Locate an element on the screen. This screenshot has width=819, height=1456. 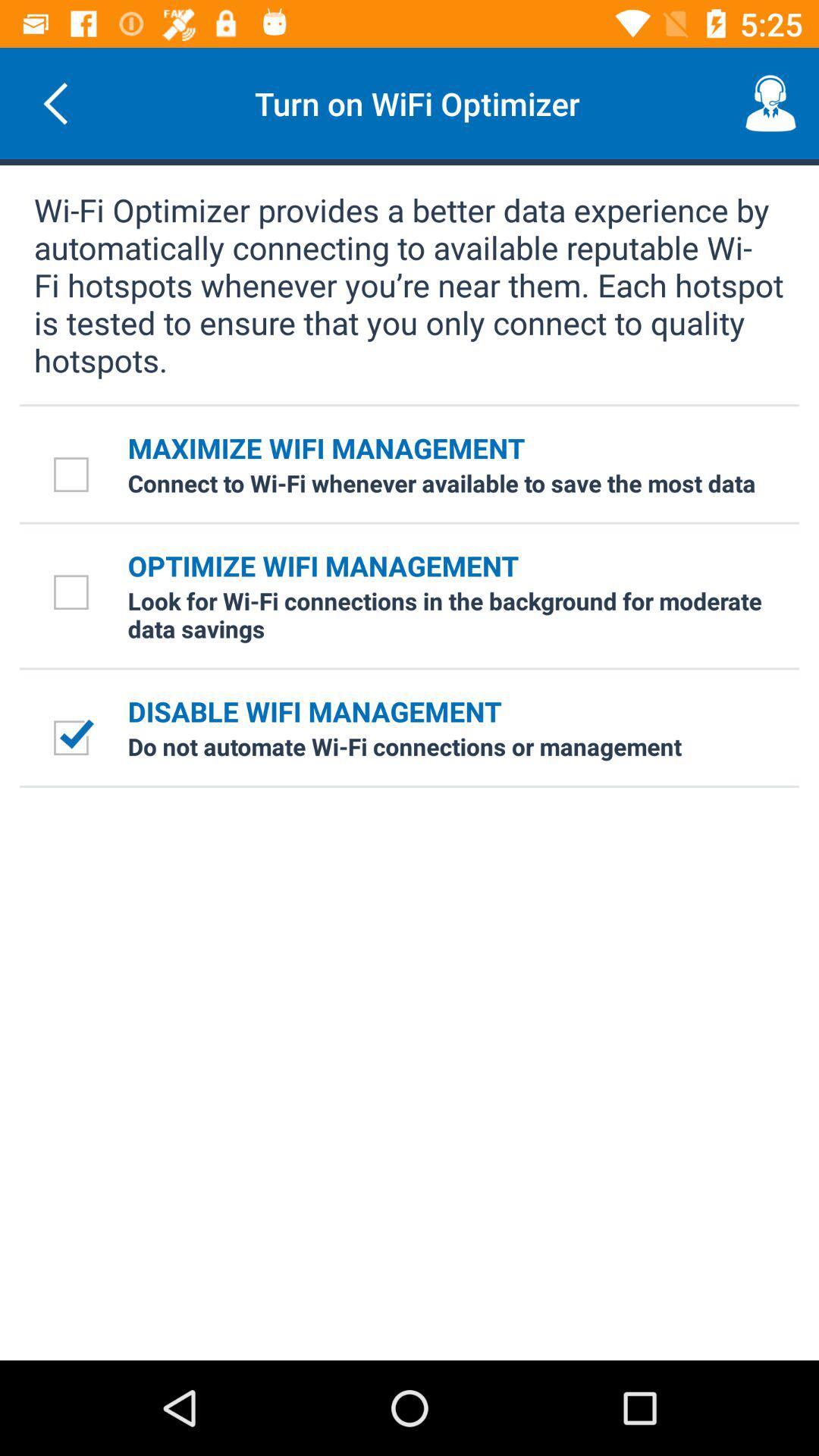
the icon next to turn on wifi item is located at coordinates (55, 102).